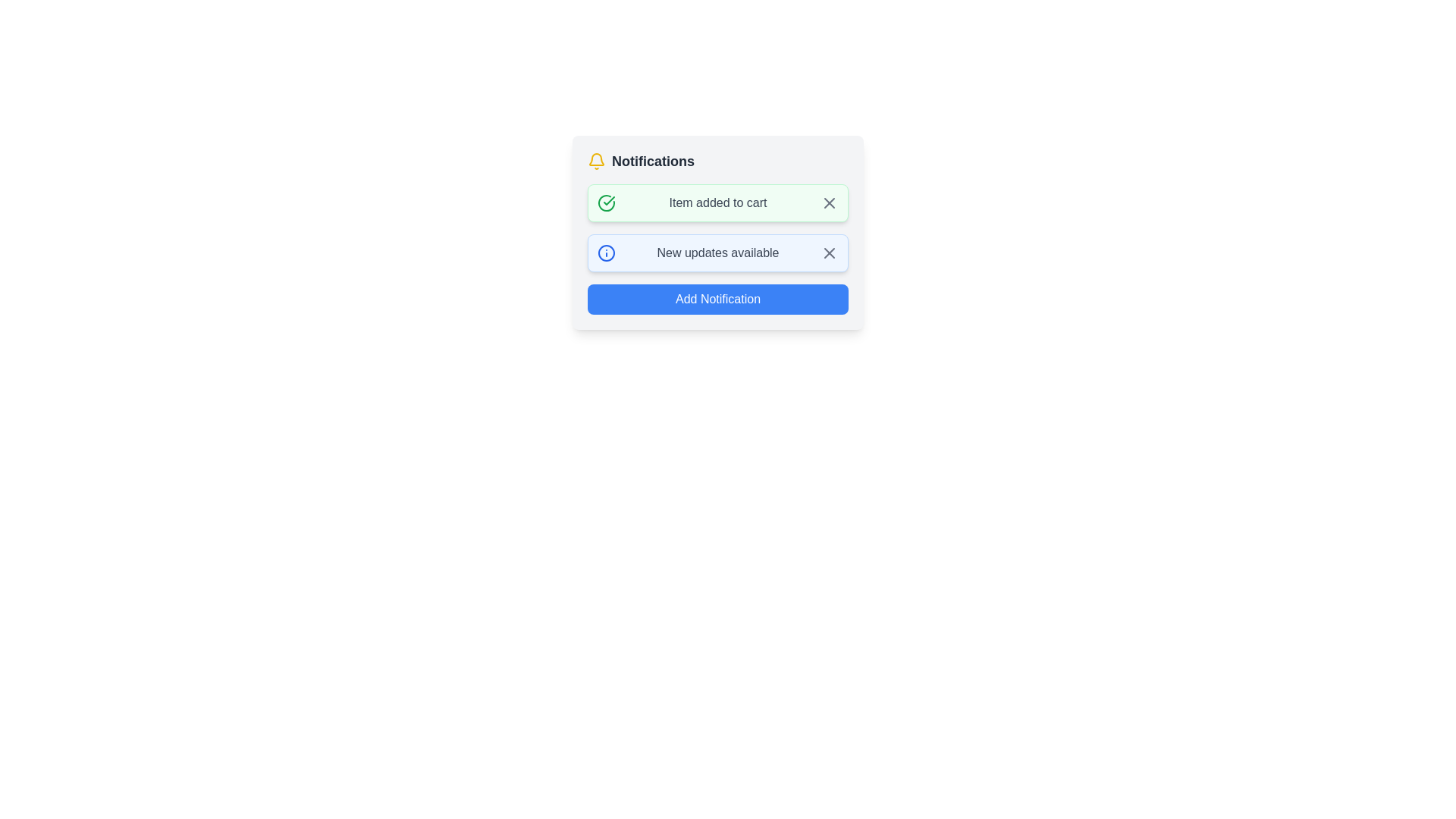 Image resolution: width=1456 pixels, height=819 pixels. What do you see at coordinates (717, 299) in the screenshot?
I see `the 'Add Notification' button, which is a rectangular button with rounded corners and a blue background, located at the bottom of the notifications card` at bounding box center [717, 299].